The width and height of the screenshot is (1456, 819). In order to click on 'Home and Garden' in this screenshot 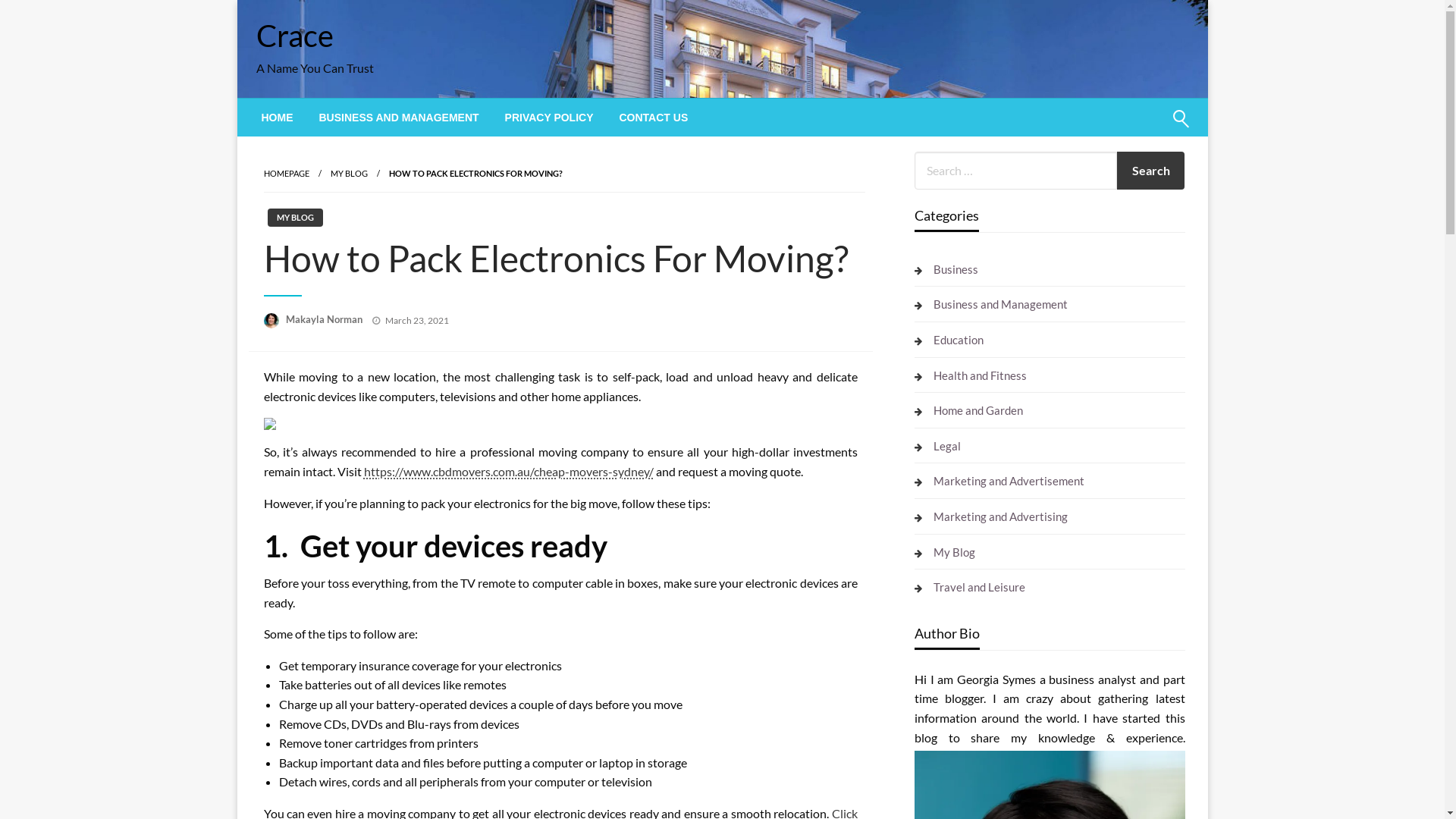, I will do `click(968, 409)`.